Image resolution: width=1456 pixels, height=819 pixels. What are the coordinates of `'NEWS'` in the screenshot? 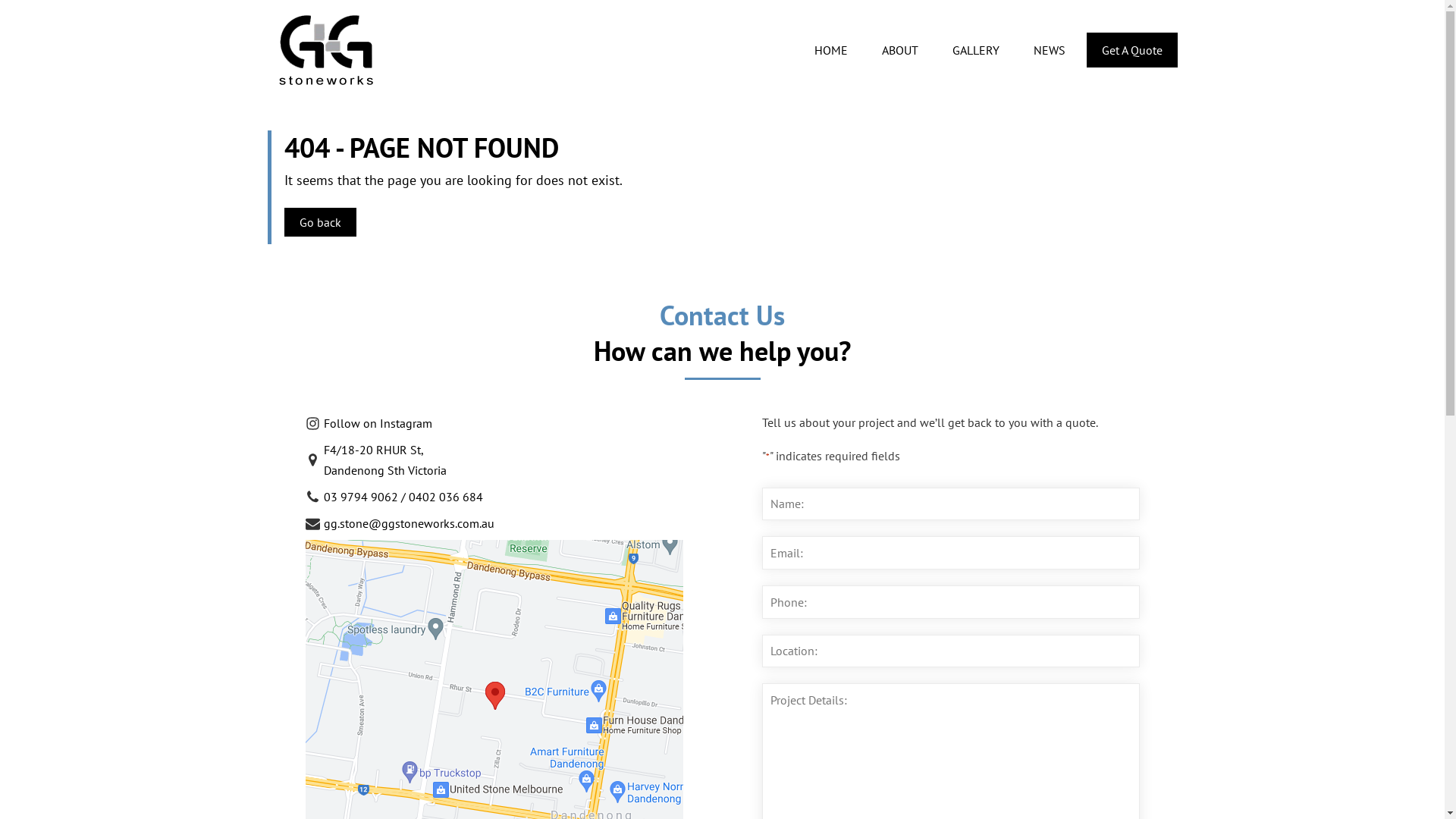 It's located at (1016, 49).